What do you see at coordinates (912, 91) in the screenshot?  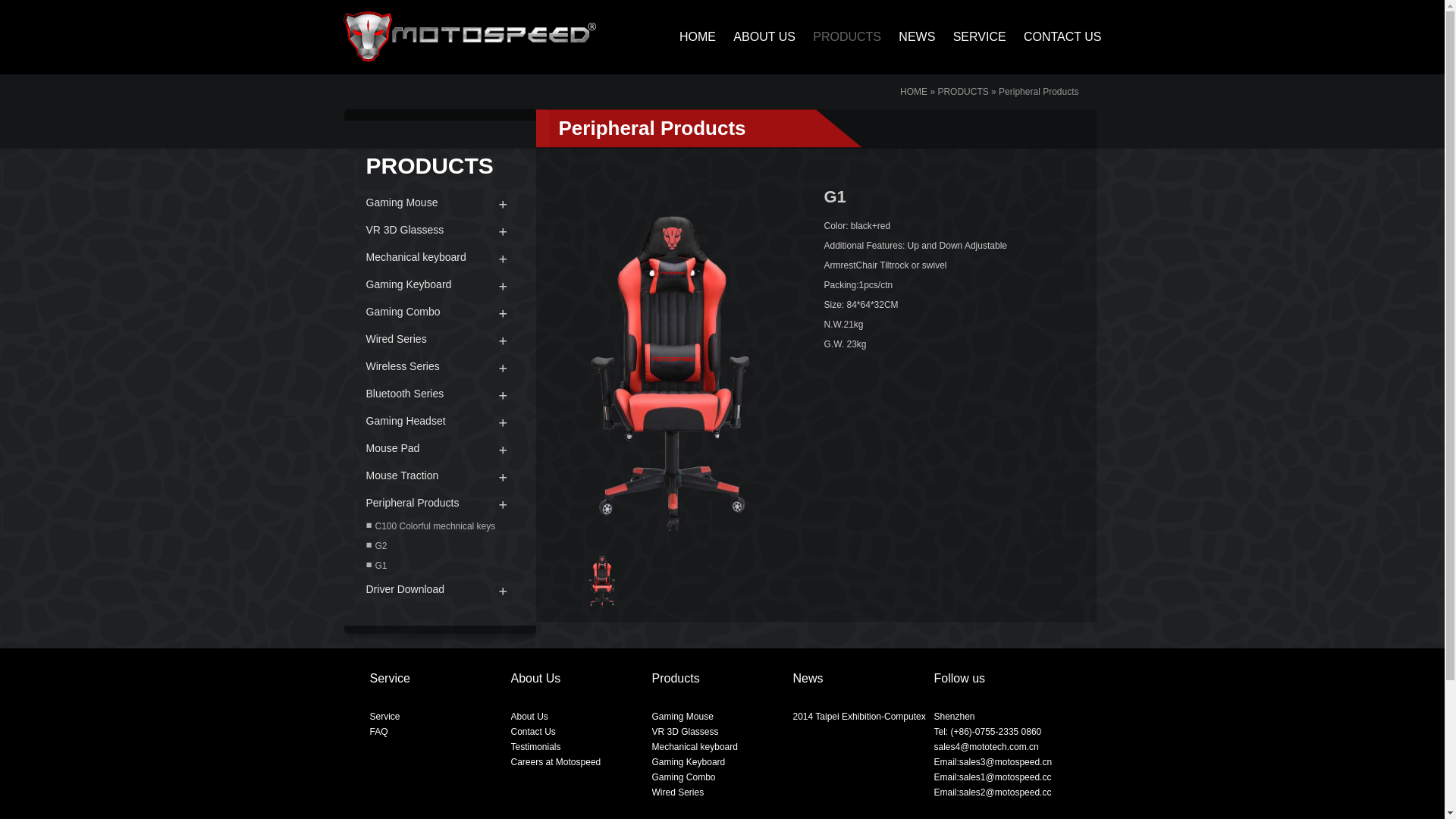 I see `'HOME'` at bounding box center [912, 91].